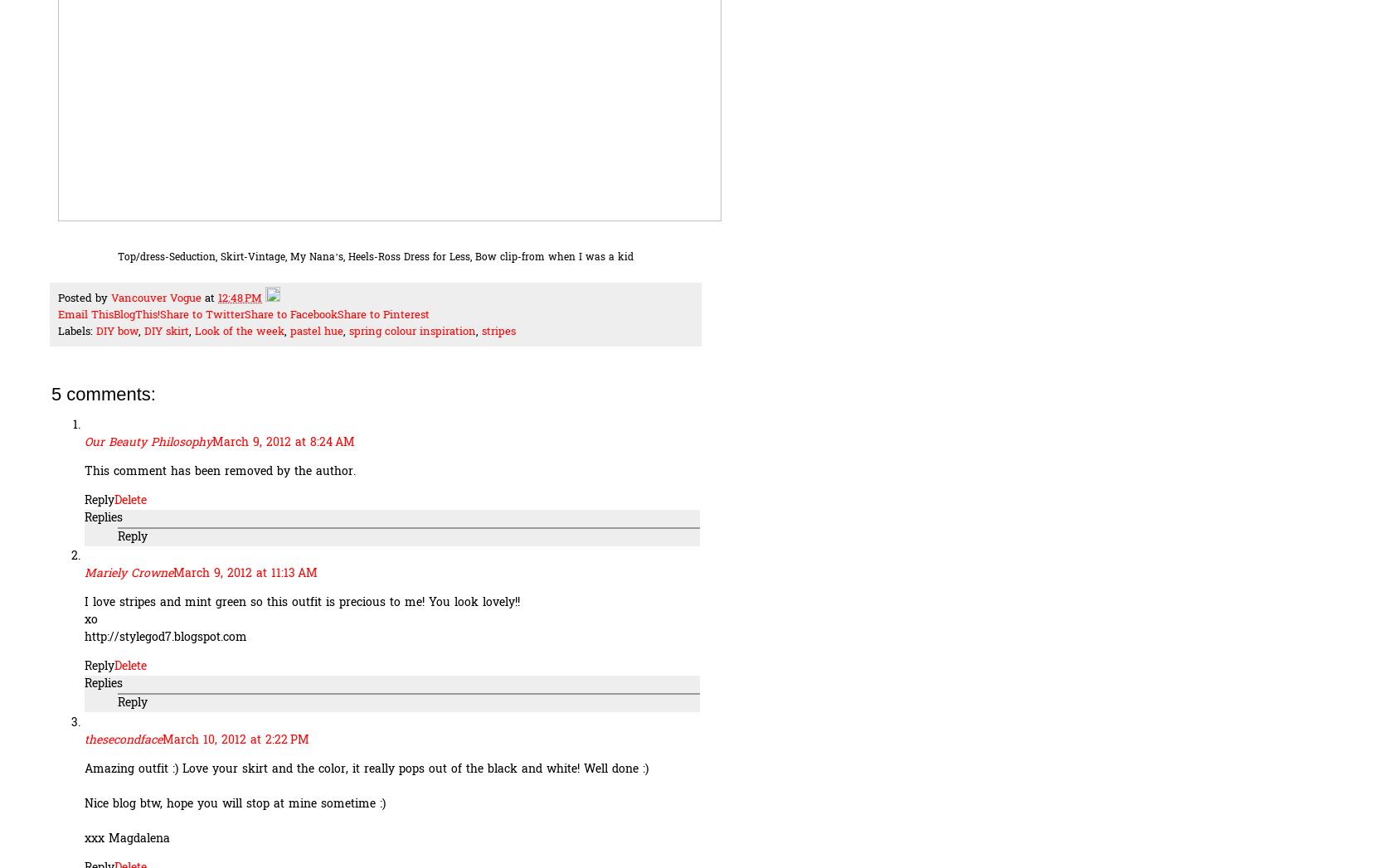 The height and width of the screenshot is (868, 1375). I want to click on 'Labels:', so click(76, 332).